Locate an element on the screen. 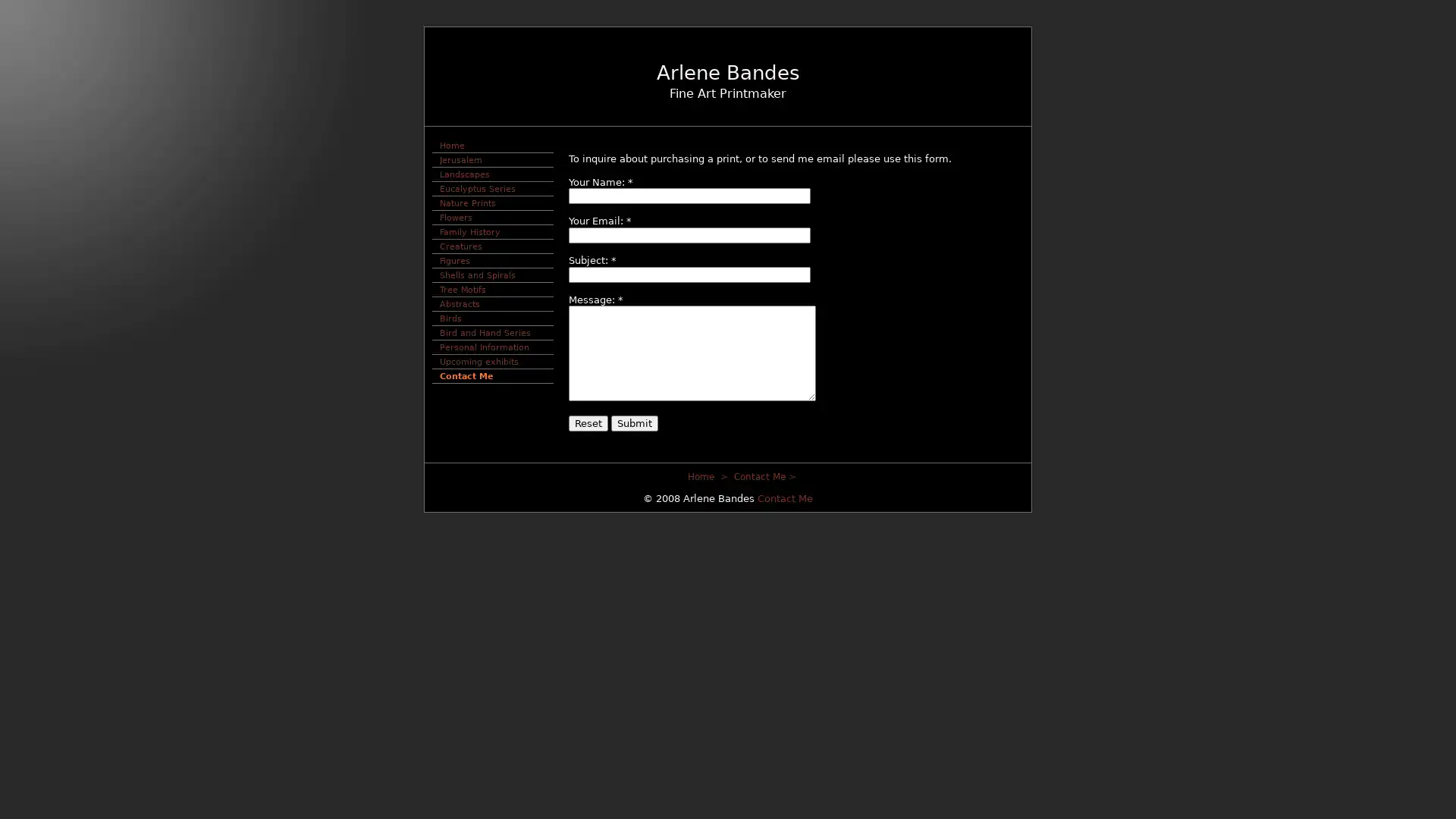 This screenshot has width=1456, height=819. Submit is located at coordinates (634, 422).